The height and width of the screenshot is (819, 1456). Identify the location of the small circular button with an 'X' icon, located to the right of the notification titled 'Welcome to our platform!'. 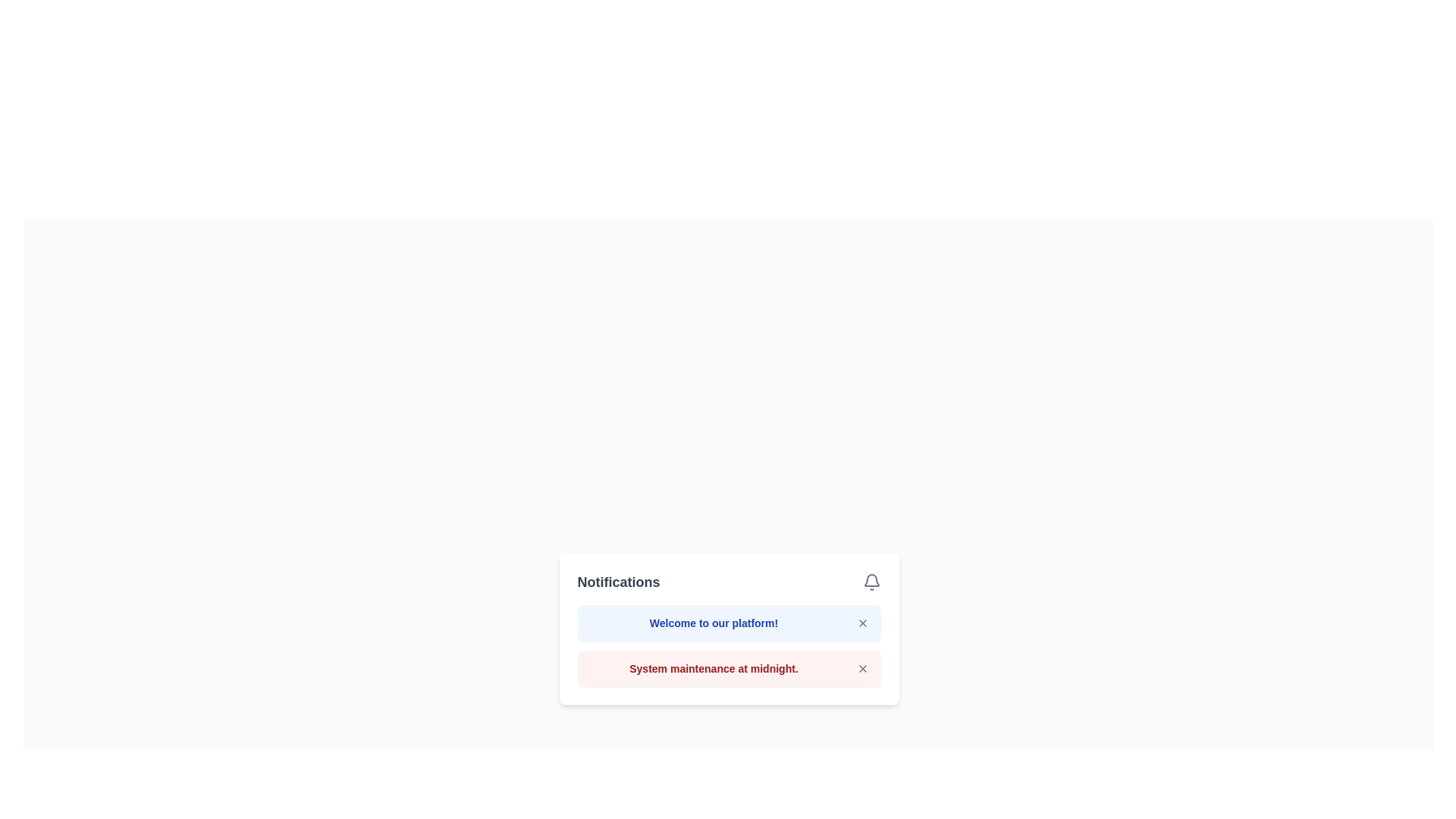
(862, 623).